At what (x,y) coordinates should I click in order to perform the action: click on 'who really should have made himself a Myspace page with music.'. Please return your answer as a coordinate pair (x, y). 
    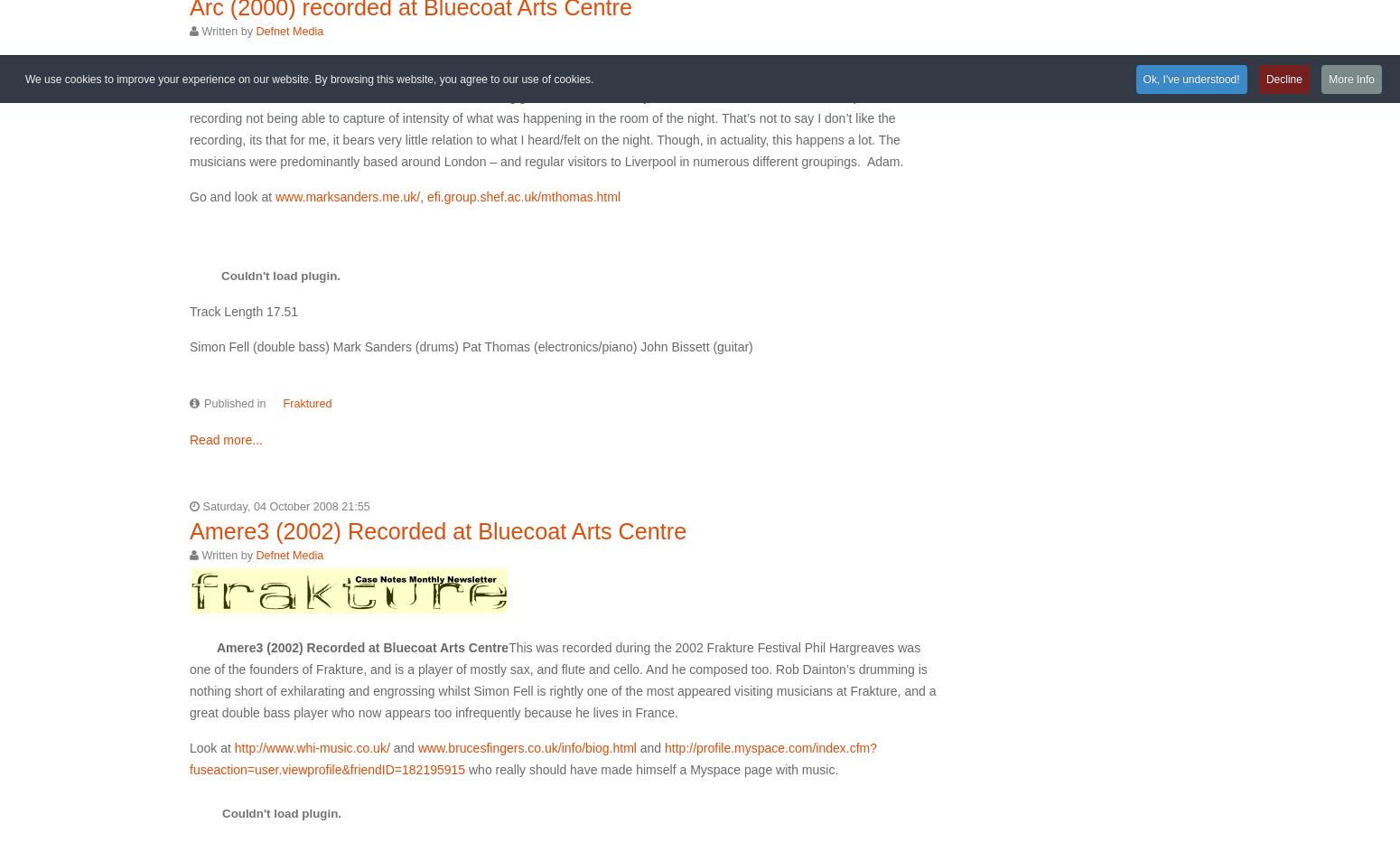
    Looking at the image, I should click on (651, 768).